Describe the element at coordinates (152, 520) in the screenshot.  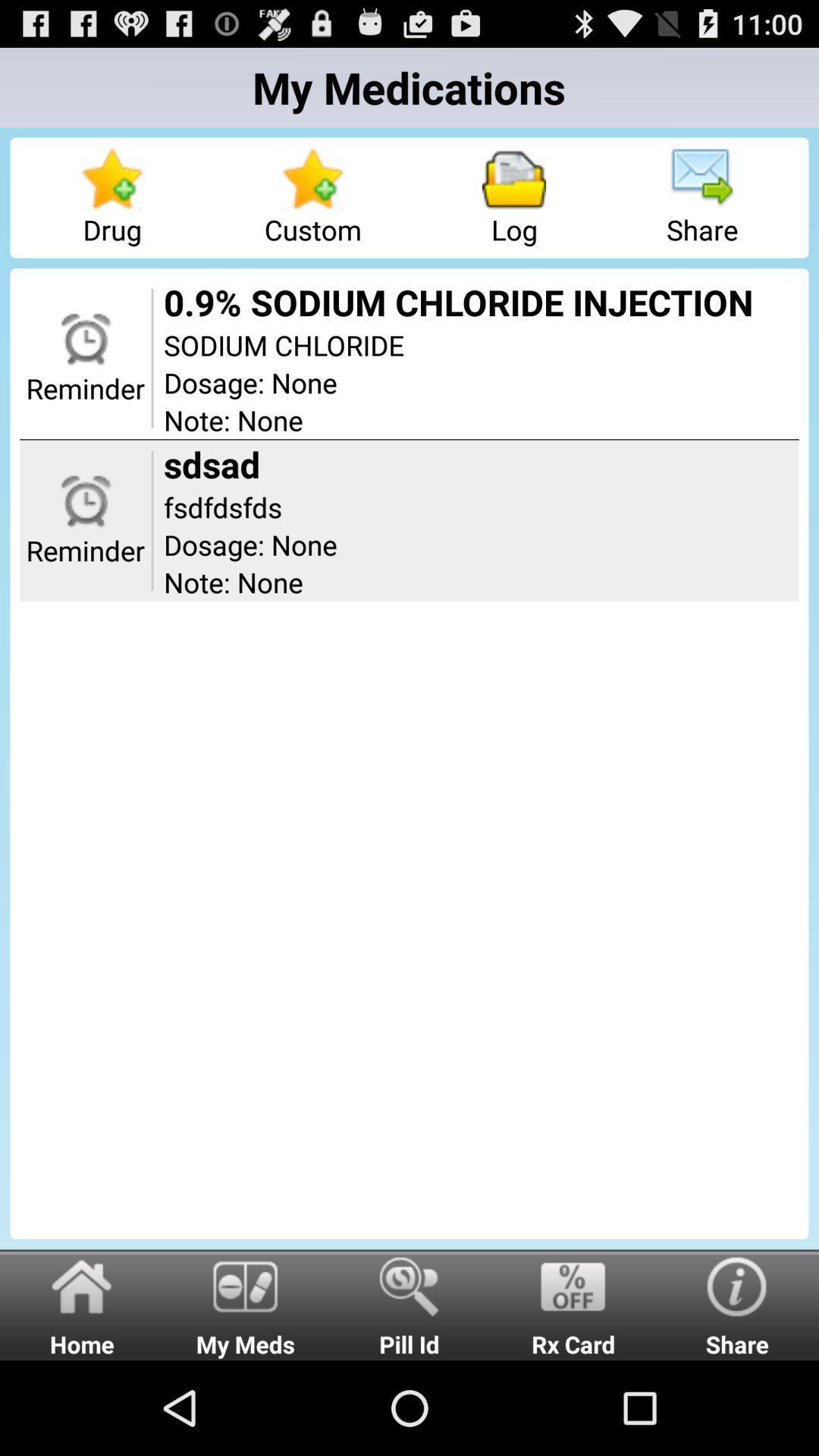
I see `the icon next to sdsad` at that location.